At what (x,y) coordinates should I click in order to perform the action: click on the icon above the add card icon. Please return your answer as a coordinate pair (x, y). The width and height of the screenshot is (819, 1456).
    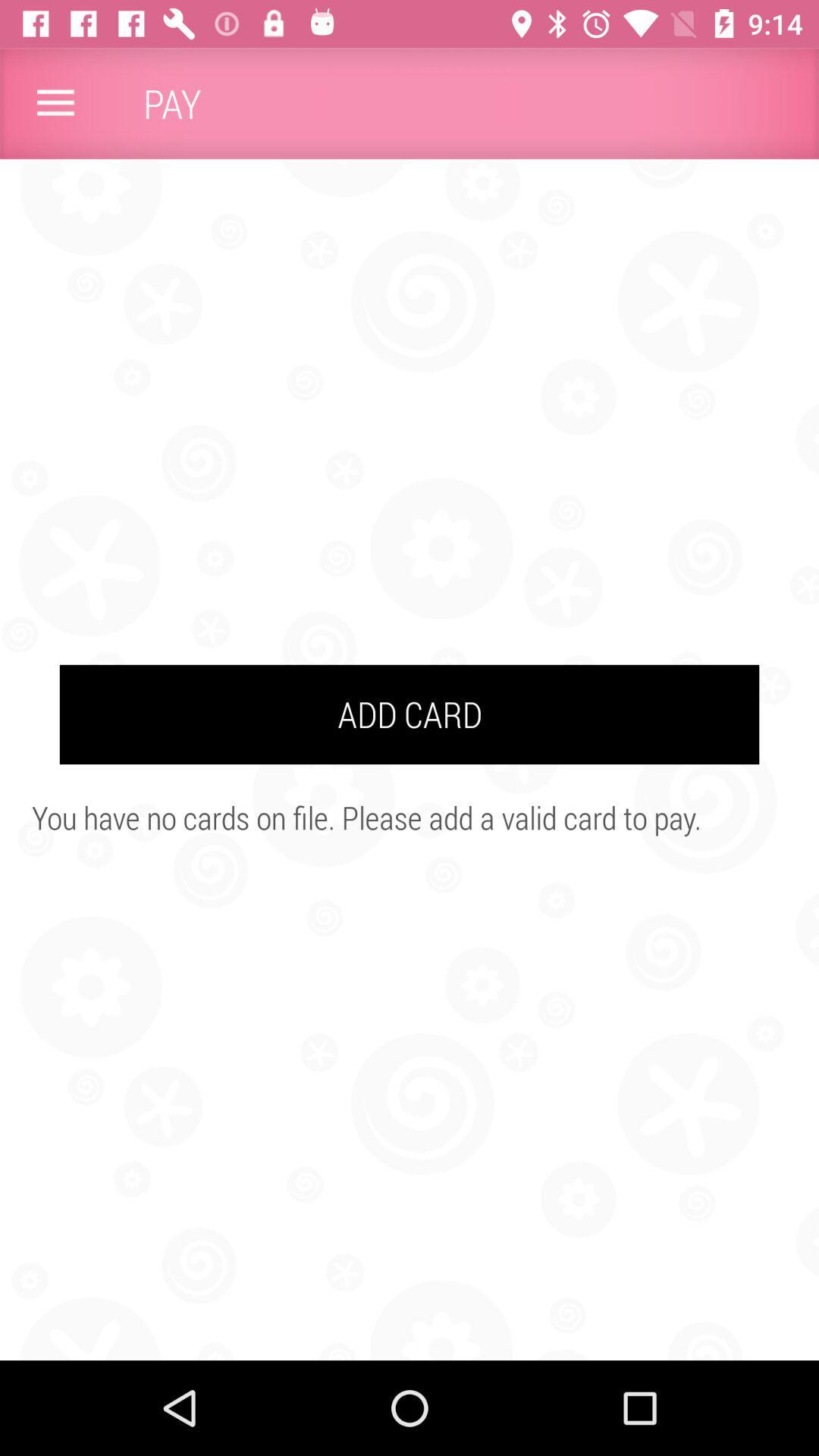
    Looking at the image, I should click on (55, 102).